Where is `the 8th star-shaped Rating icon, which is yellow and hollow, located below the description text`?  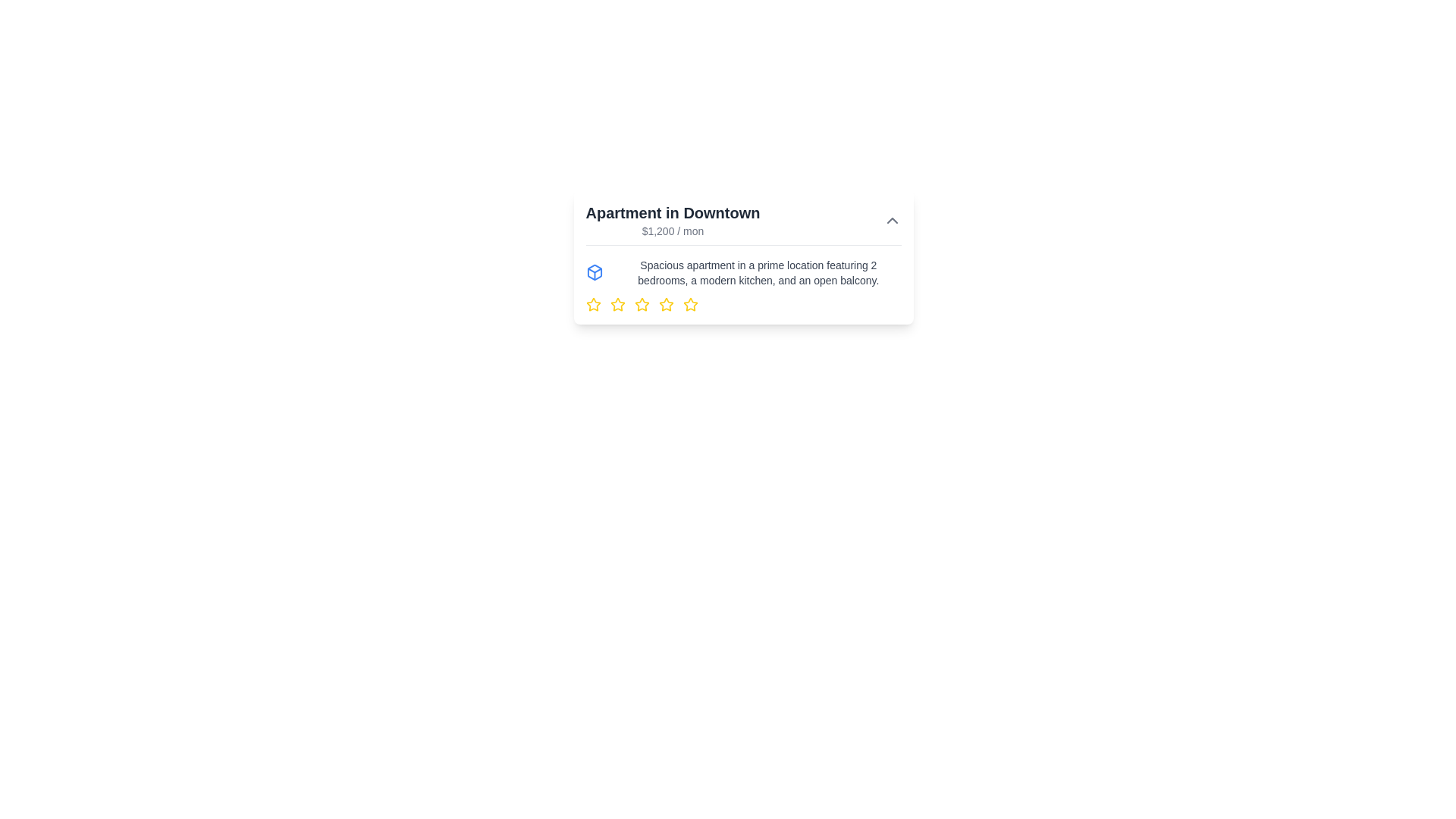
the 8th star-shaped Rating icon, which is yellow and hollow, located below the description text is located at coordinates (689, 304).